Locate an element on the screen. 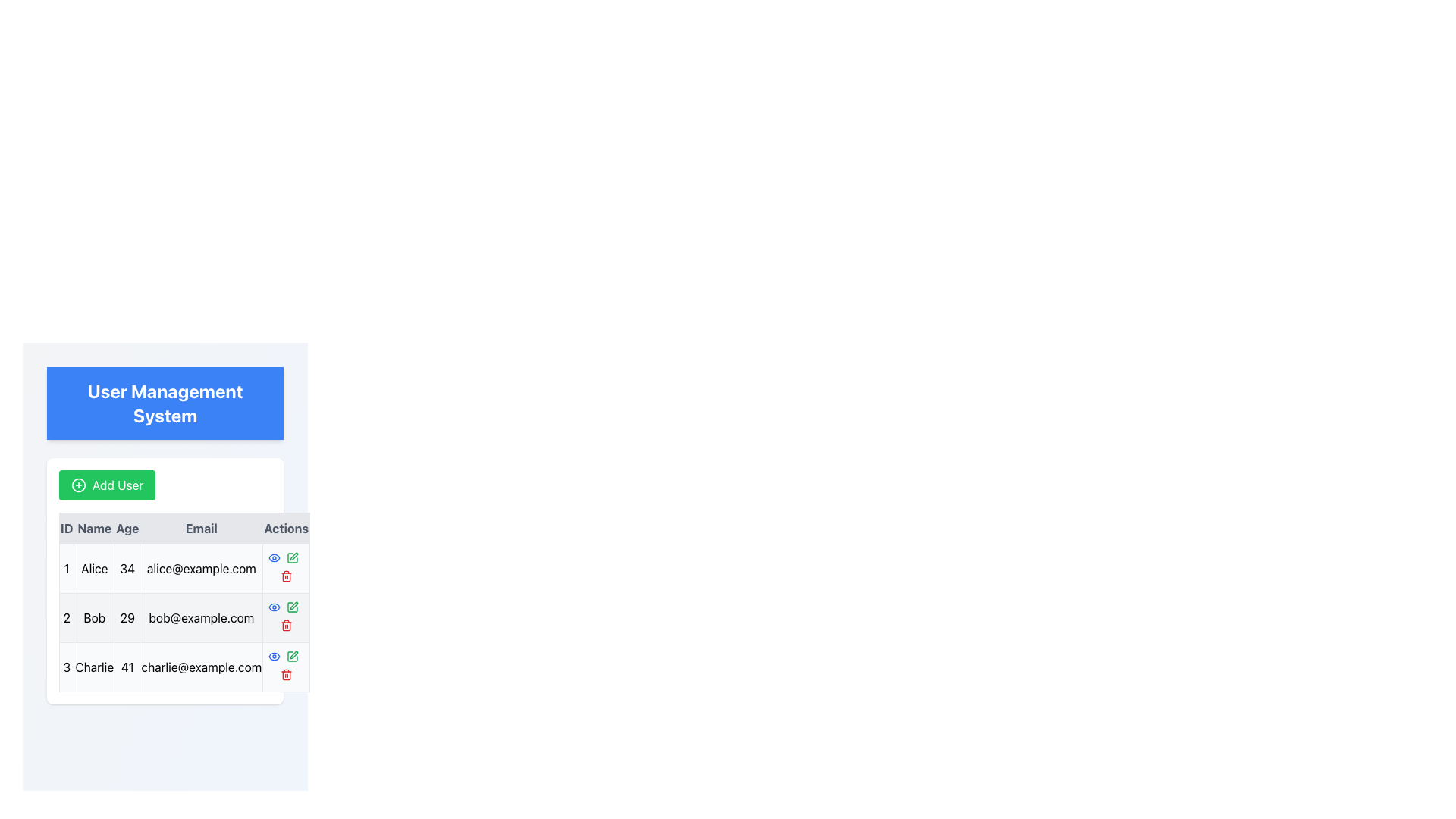 This screenshot has width=1456, height=819. the static text element displaying '34' in the 'Age' column of the user management table for user 'Alice' is located at coordinates (127, 568).